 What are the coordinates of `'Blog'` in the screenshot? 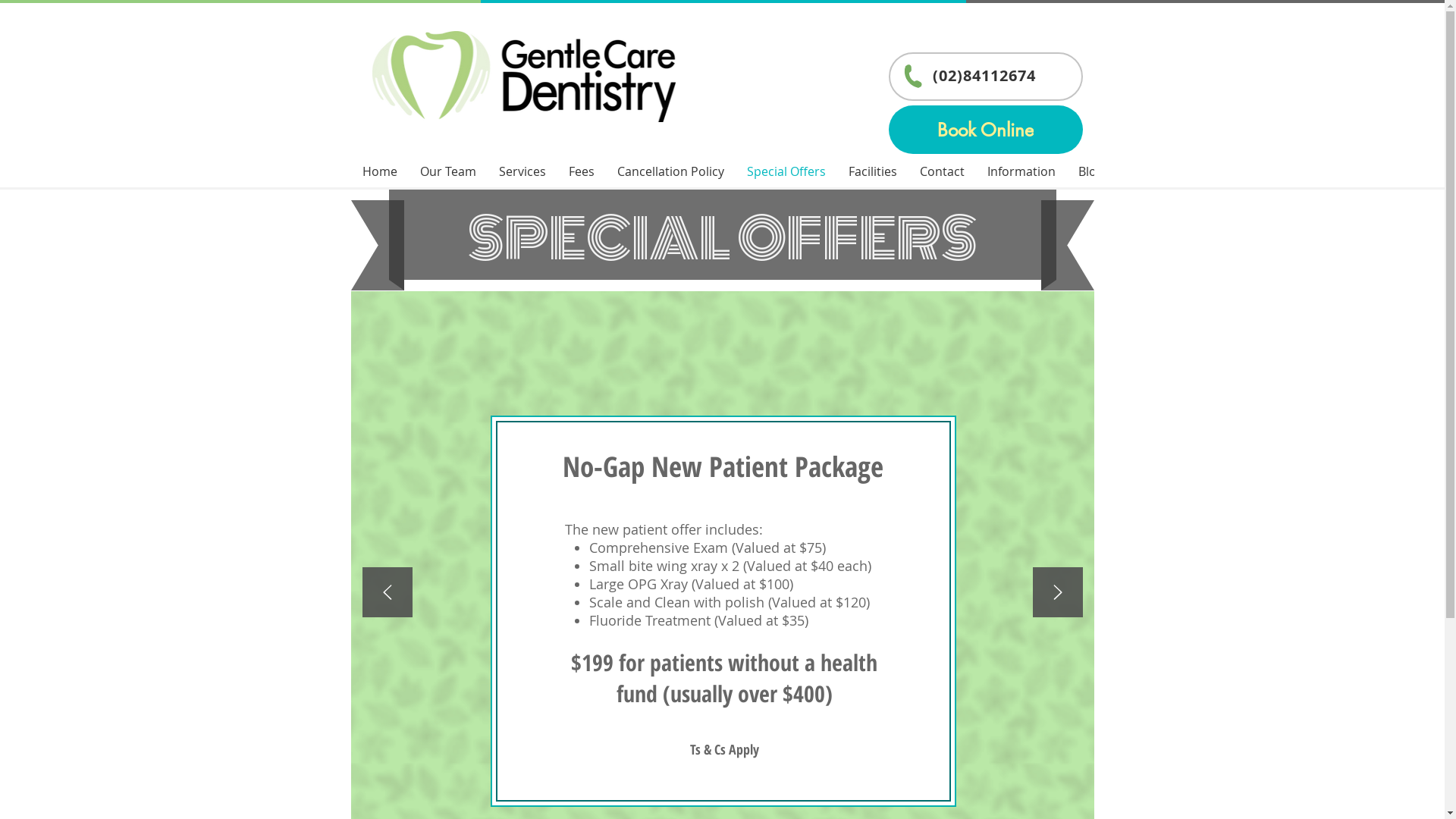 It's located at (1089, 171).